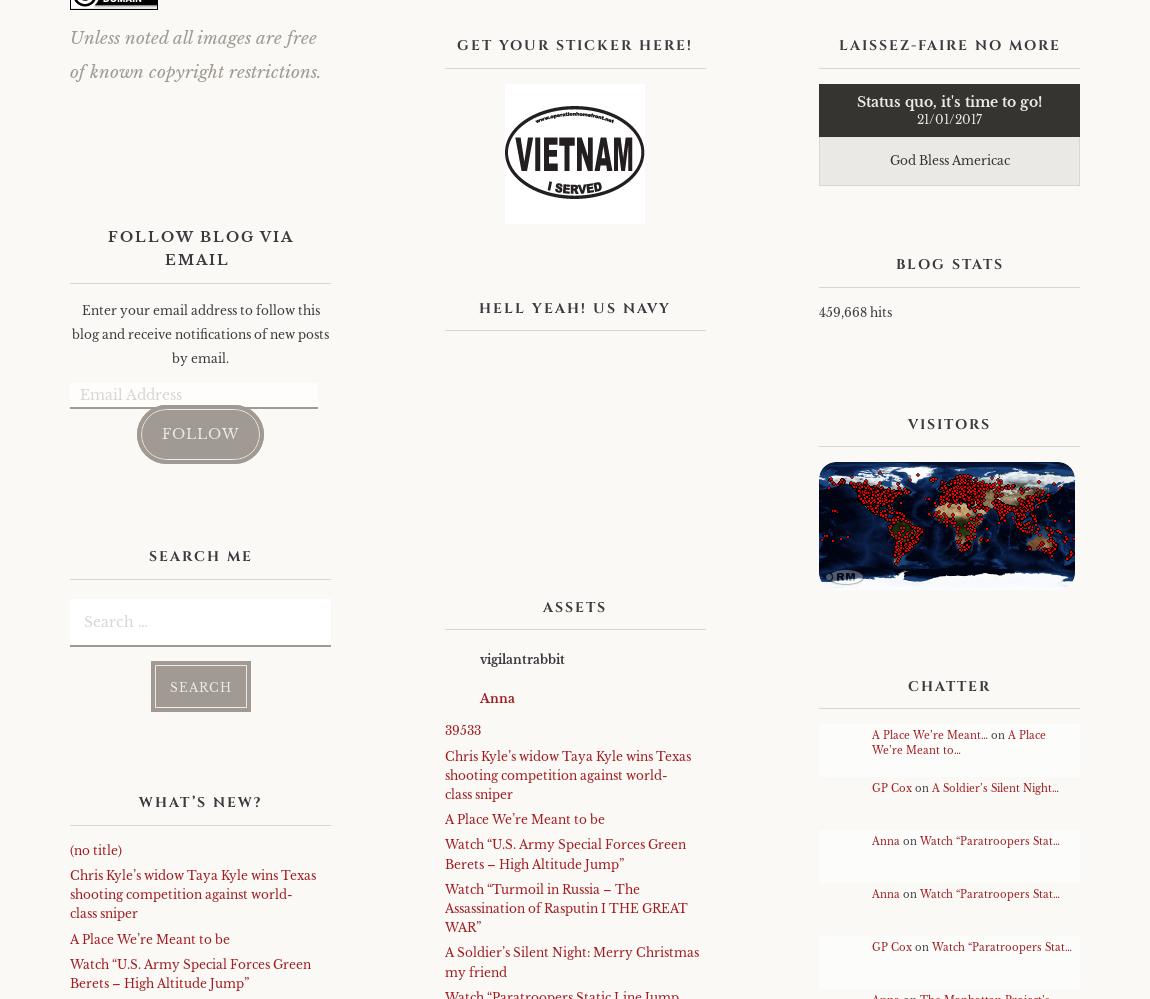  I want to click on 'Hell Yeah! US Navy', so click(575, 306).